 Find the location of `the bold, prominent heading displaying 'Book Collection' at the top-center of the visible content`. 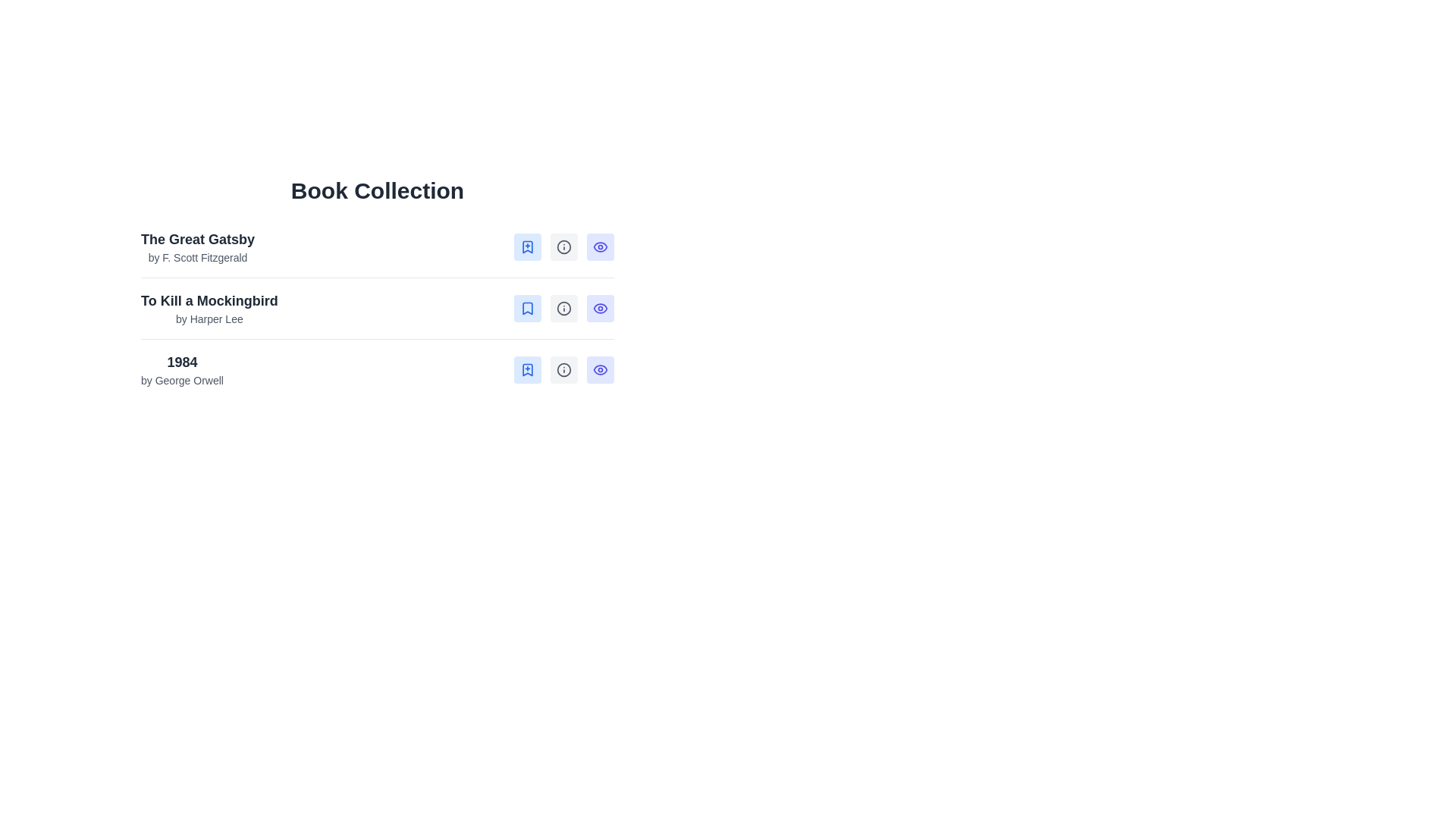

the bold, prominent heading displaying 'Book Collection' at the top-center of the visible content is located at coordinates (378, 190).